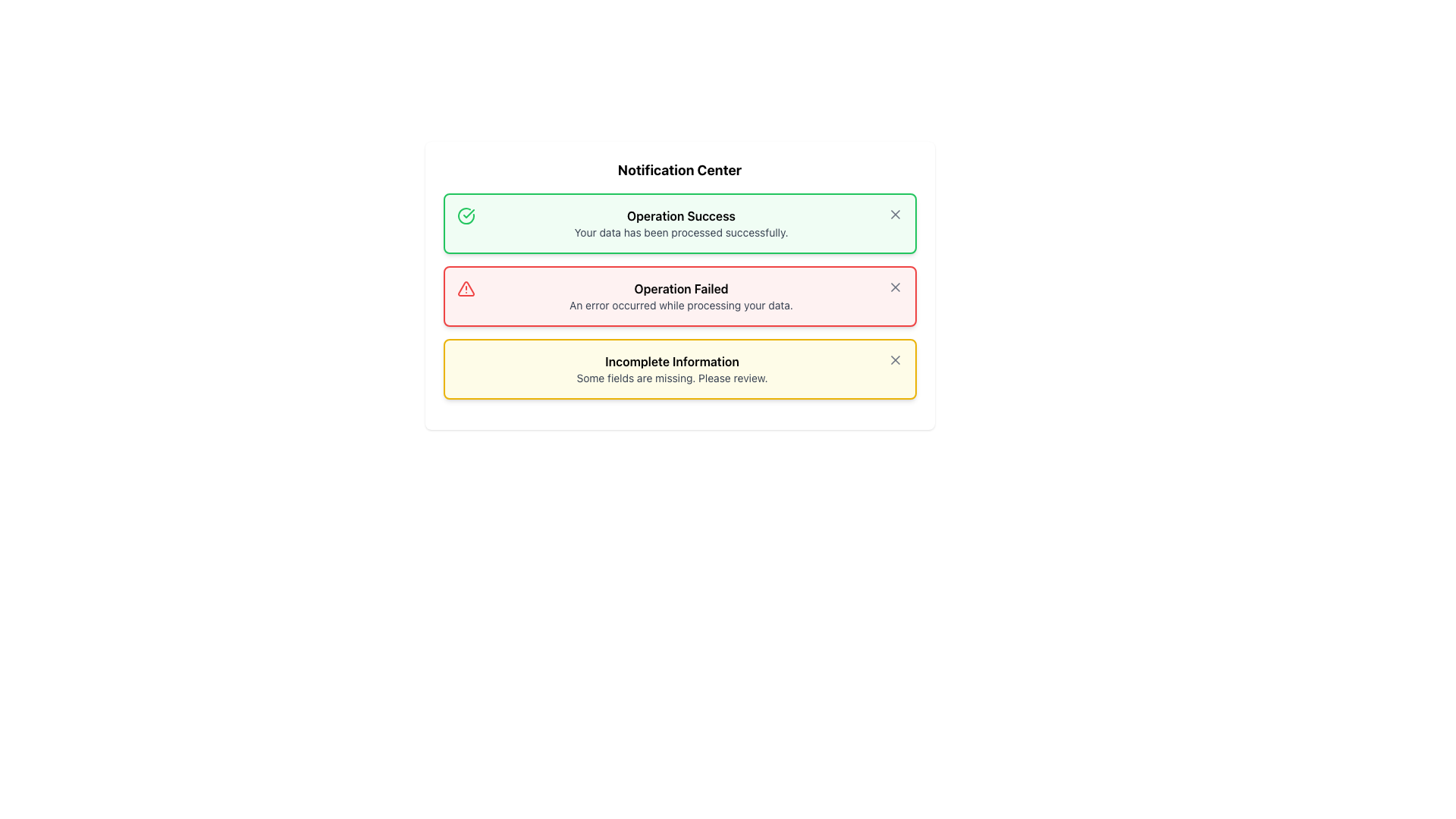 This screenshot has height=819, width=1456. What do you see at coordinates (680, 233) in the screenshot?
I see `the informational Text Label that provides additional detail about the 'Operation Success' header` at bounding box center [680, 233].